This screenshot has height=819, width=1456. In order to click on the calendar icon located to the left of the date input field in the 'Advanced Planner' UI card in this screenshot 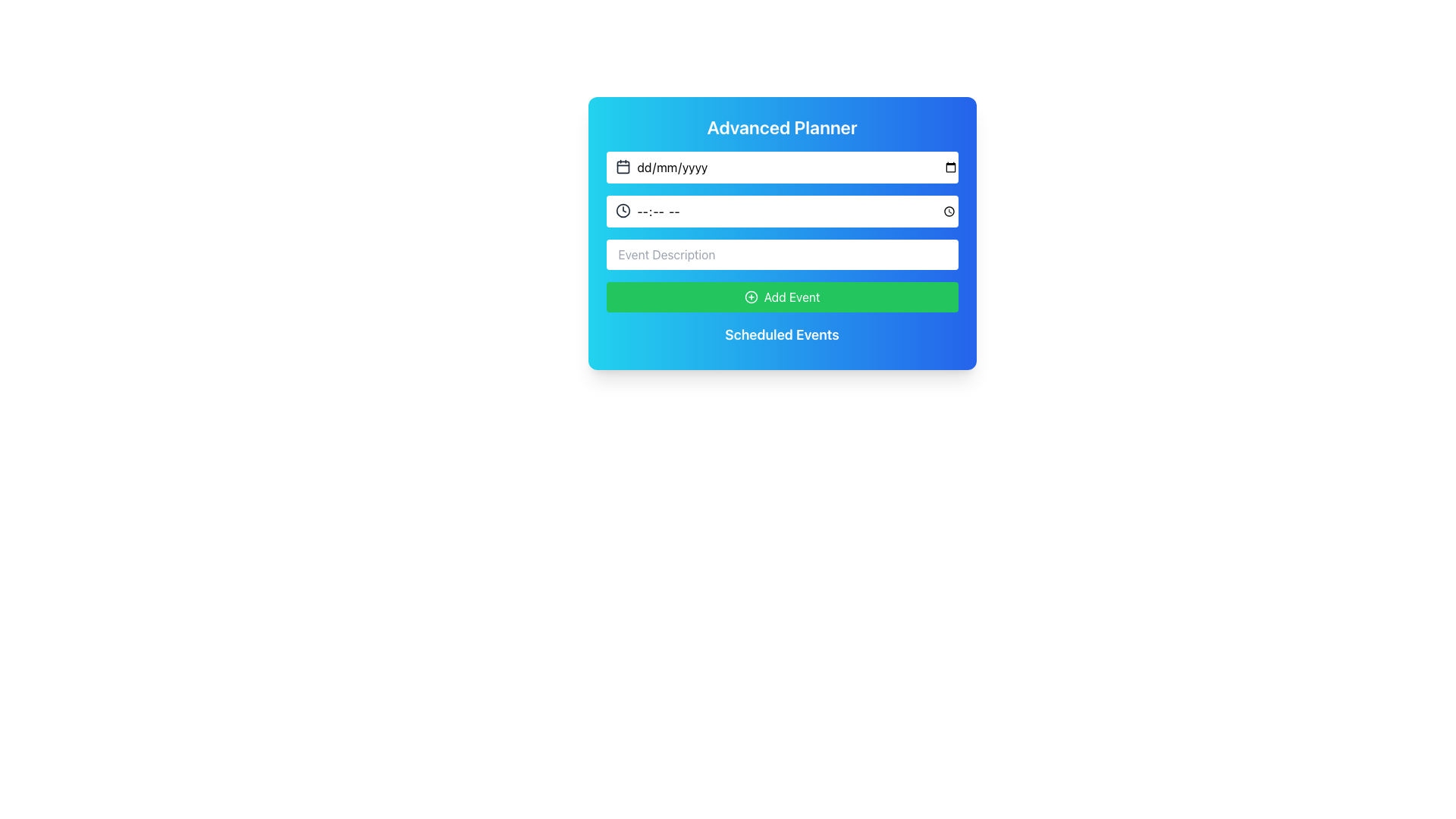, I will do `click(623, 166)`.